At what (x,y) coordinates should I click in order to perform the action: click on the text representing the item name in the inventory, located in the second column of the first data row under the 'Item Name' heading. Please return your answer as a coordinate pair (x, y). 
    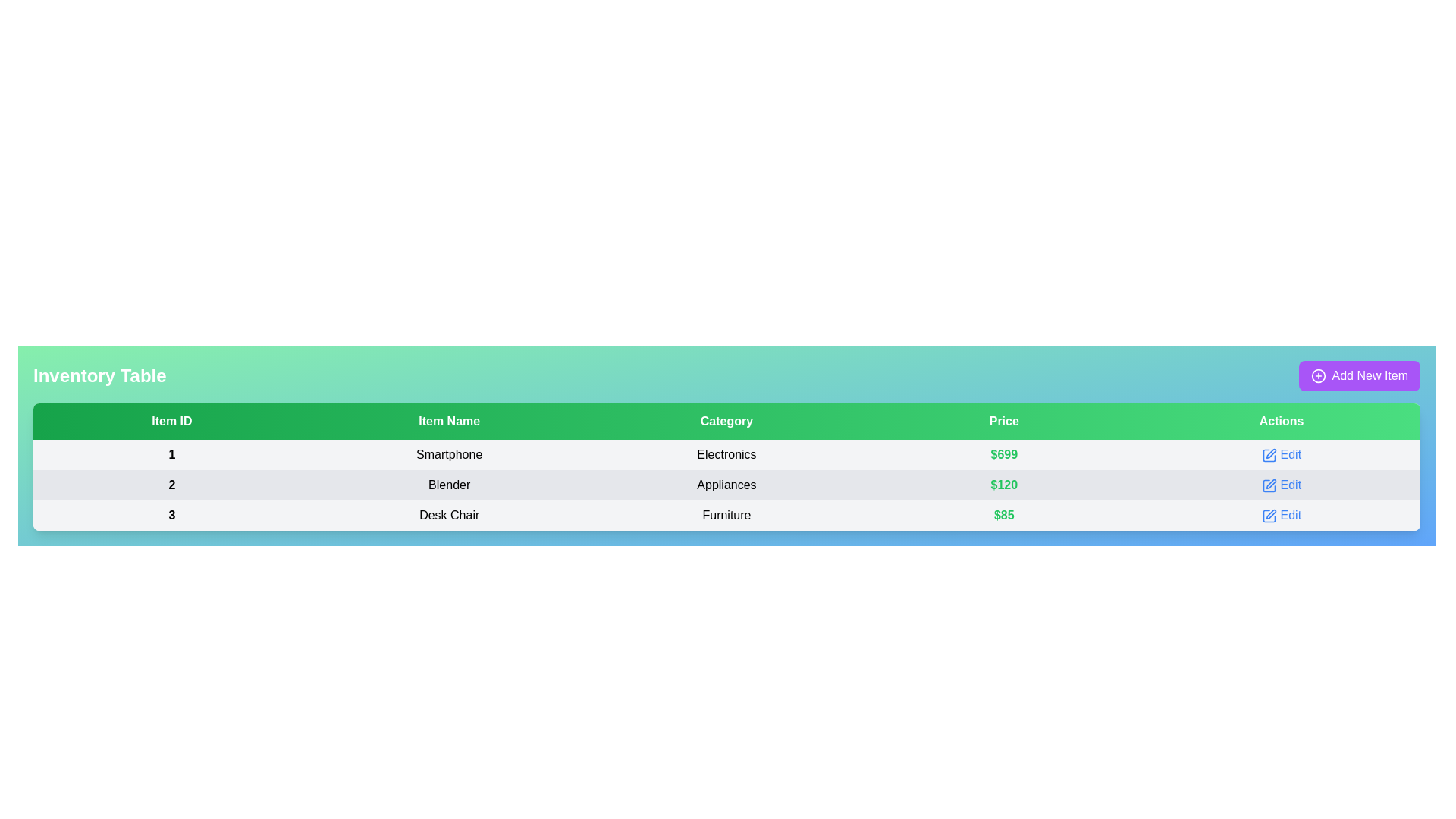
    Looking at the image, I should click on (447, 454).